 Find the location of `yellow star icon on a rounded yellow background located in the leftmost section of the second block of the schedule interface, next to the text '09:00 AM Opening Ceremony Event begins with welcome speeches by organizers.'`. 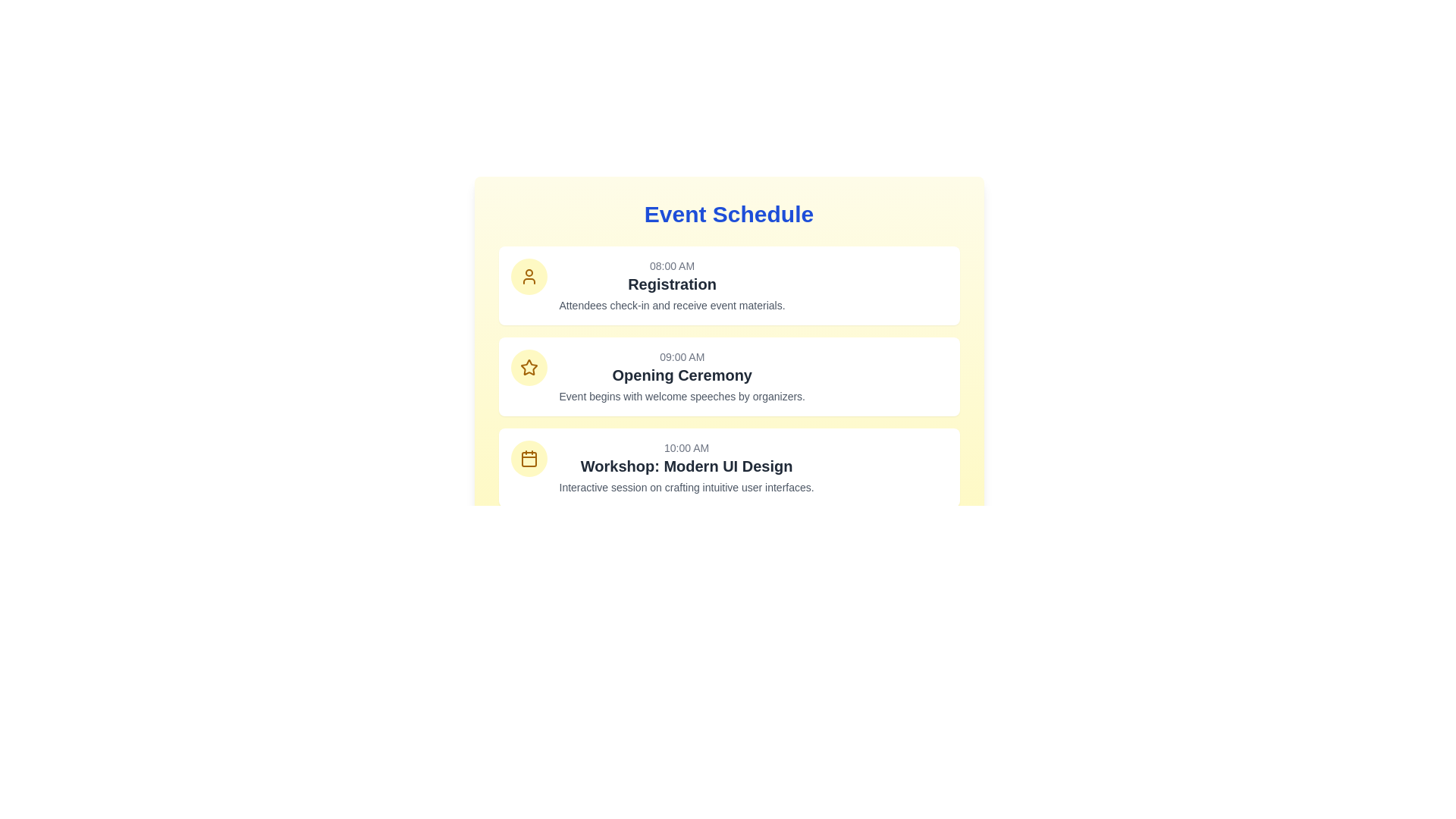

yellow star icon on a rounded yellow background located in the leftmost section of the second block of the schedule interface, next to the text '09:00 AM Opening Ceremony Event begins with welcome speeches by organizers.' is located at coordinates (529, 368).